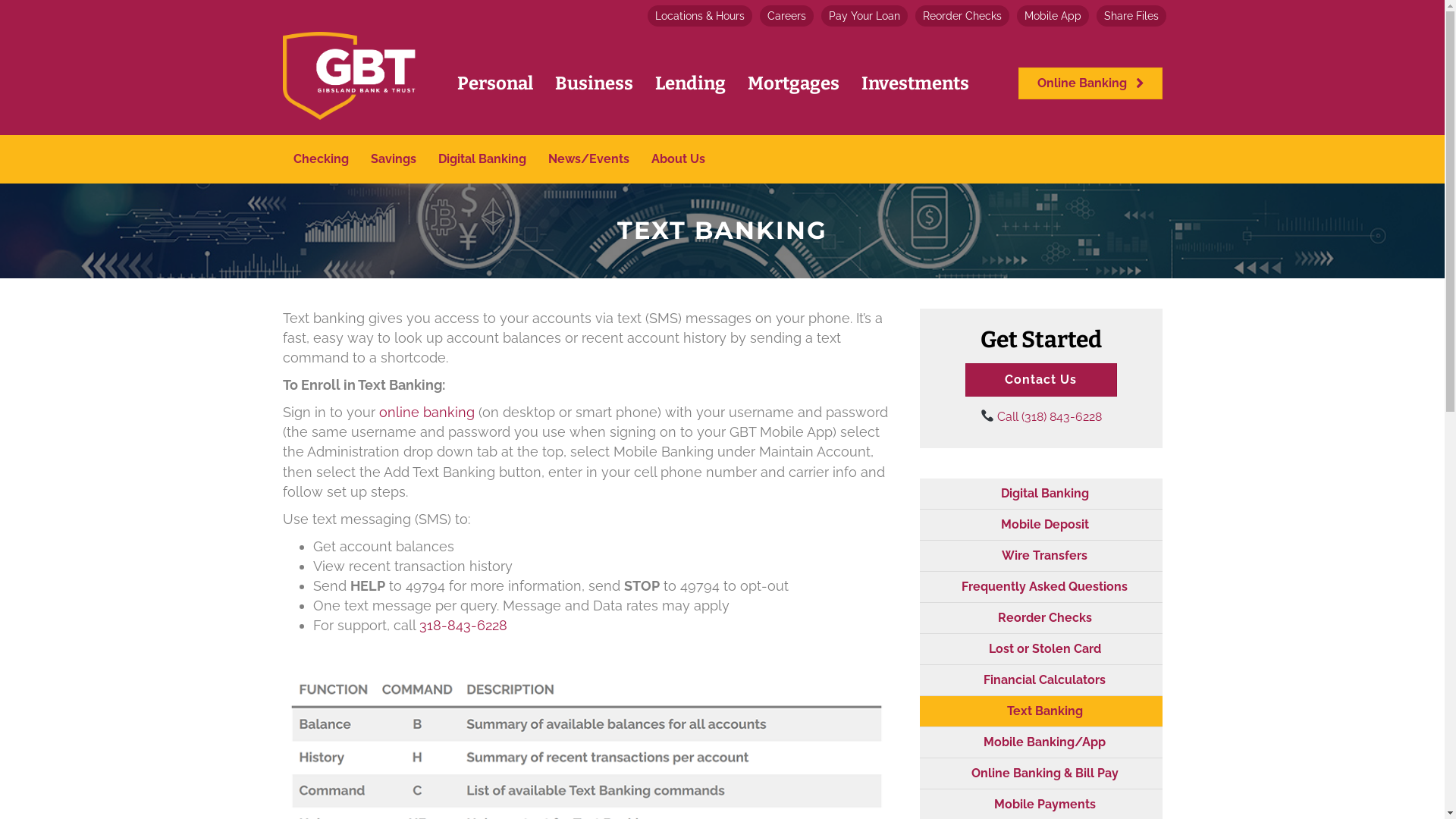 The width and height of the screenshot is (1456, 819). Describe the element at coordinates (1040, 416) in the screenshot. I see `'Call (318) 843-6228'` at that location.